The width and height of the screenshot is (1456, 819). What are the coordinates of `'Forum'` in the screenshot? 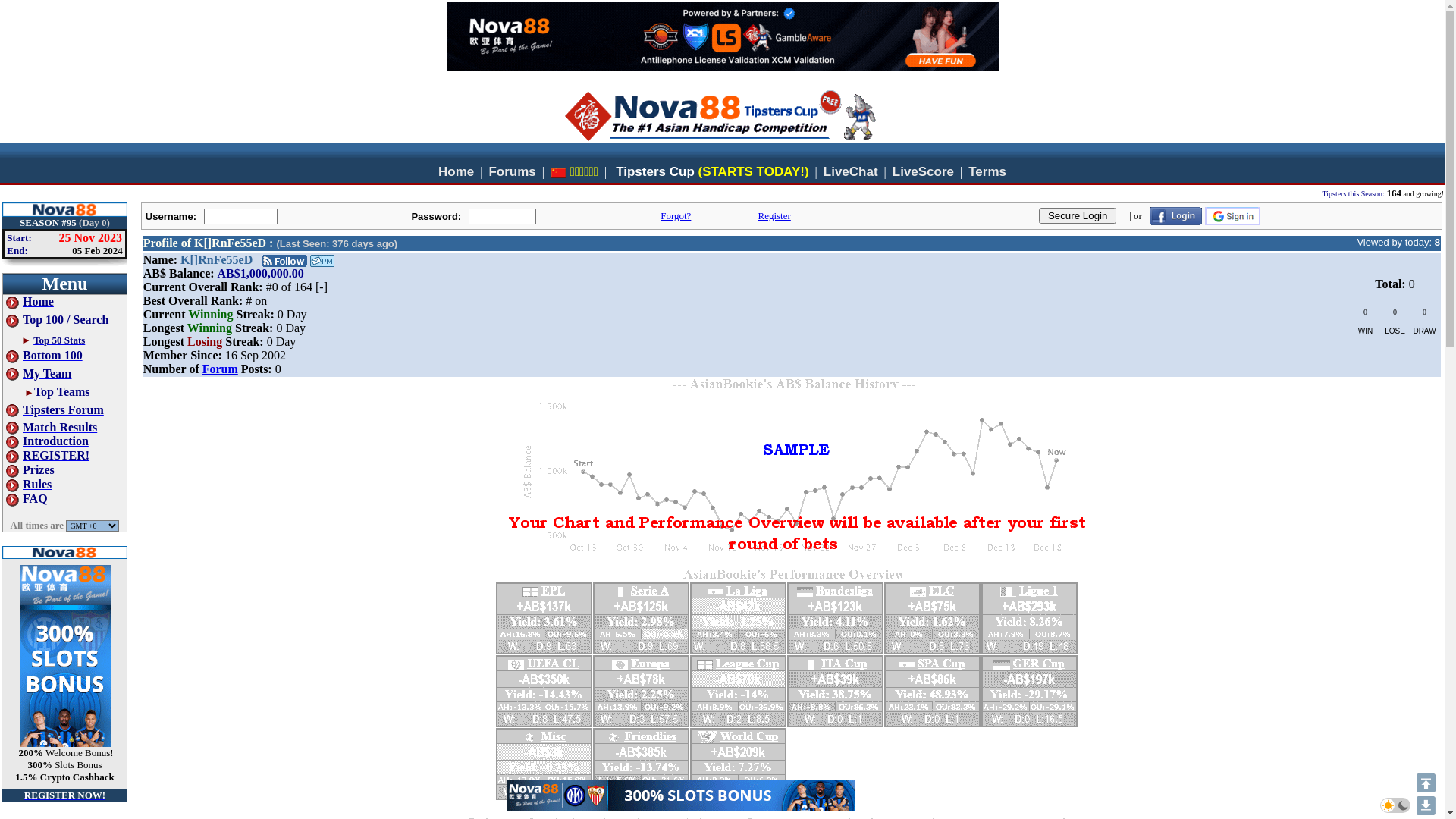 It's located at (219, 369).